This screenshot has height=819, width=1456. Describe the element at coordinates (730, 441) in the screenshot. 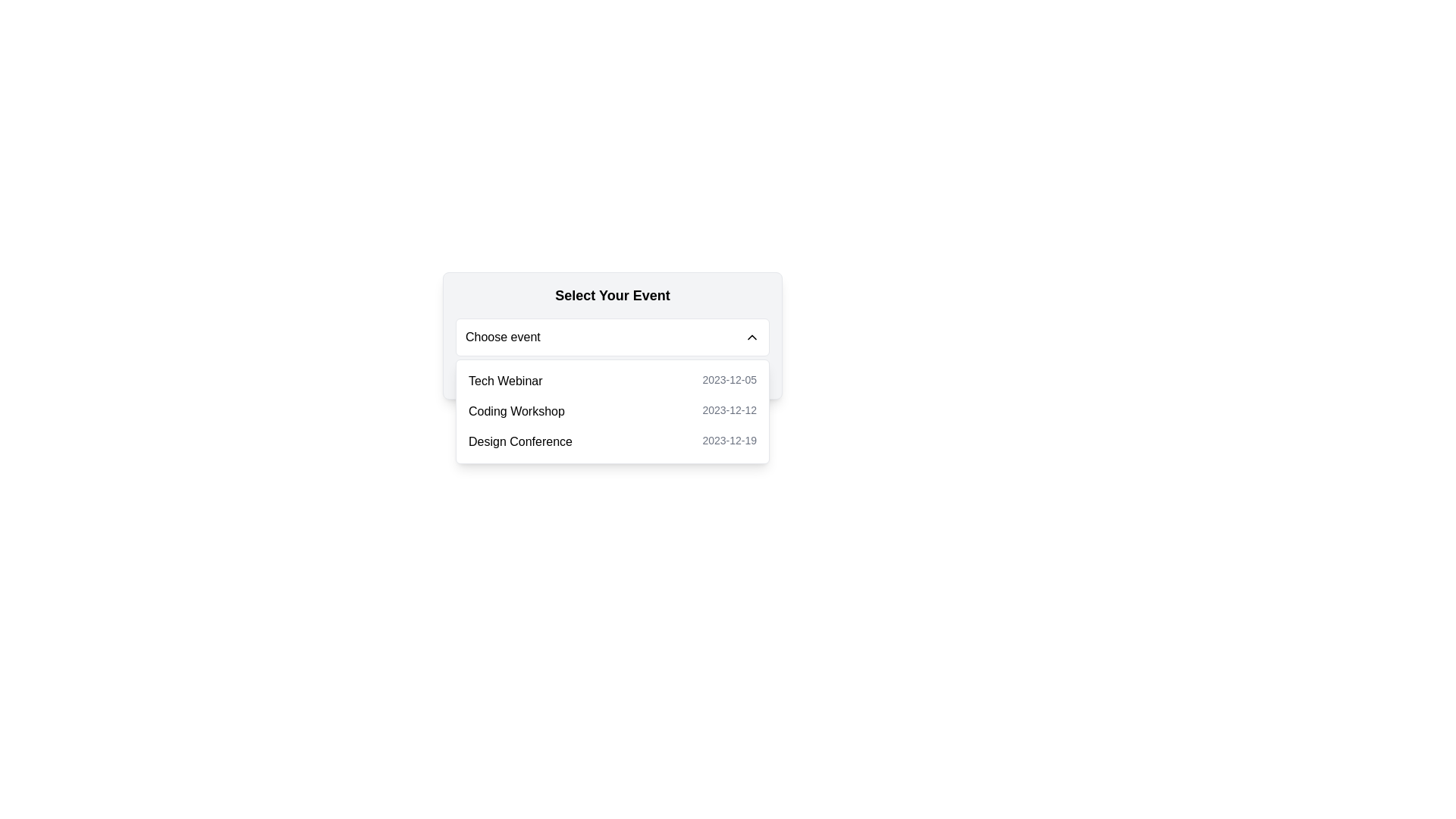

I see `the text element displaying the date '2023-12-19' in gray font that is located in the dropdown list under 'Select Your Event', specifically in the third row representing the 'Design Conference' event` at that location.